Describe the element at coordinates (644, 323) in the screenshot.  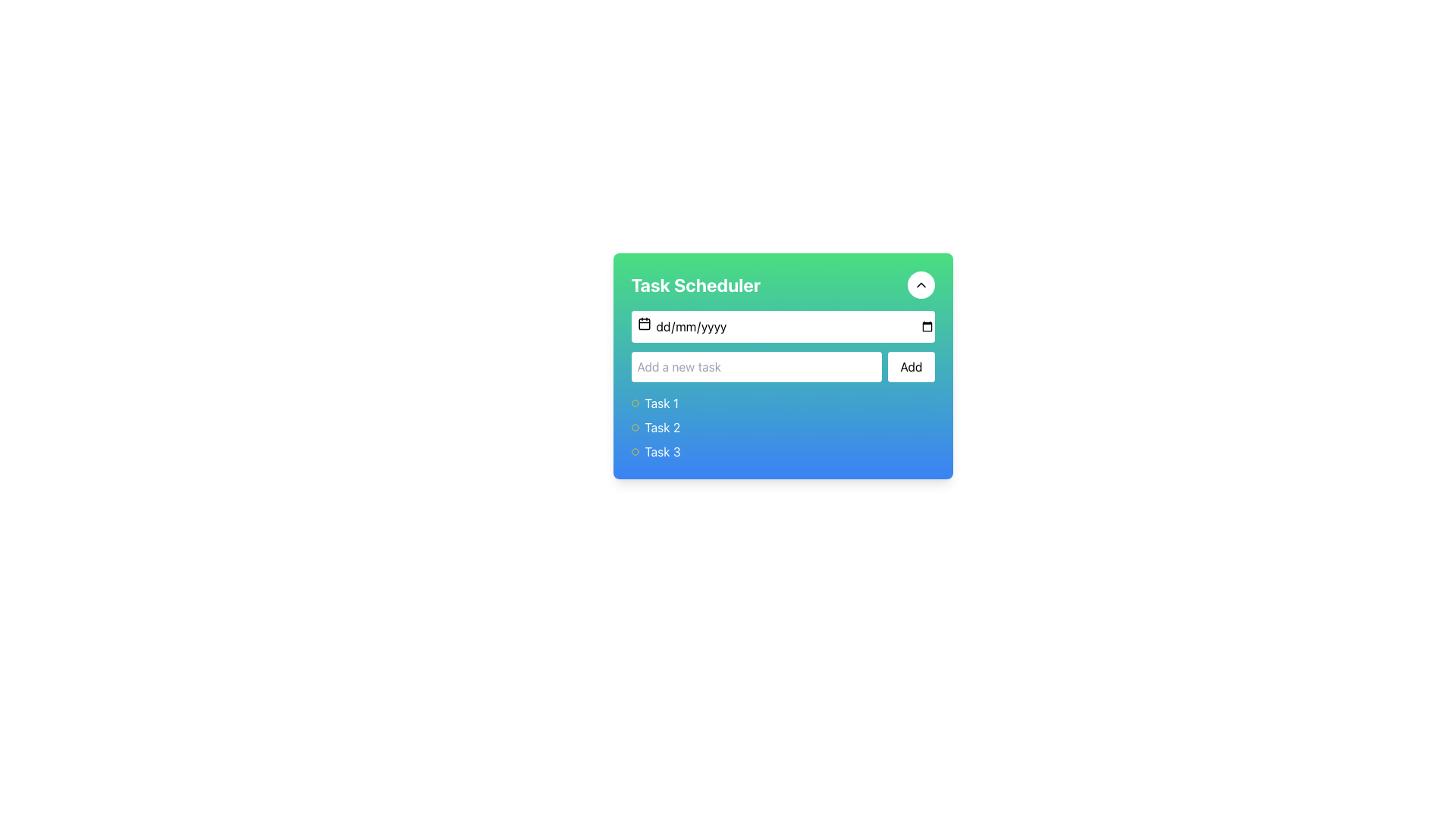
I see `the calendar icon located to the left of the date input field in the task scheduler modal` at that location.